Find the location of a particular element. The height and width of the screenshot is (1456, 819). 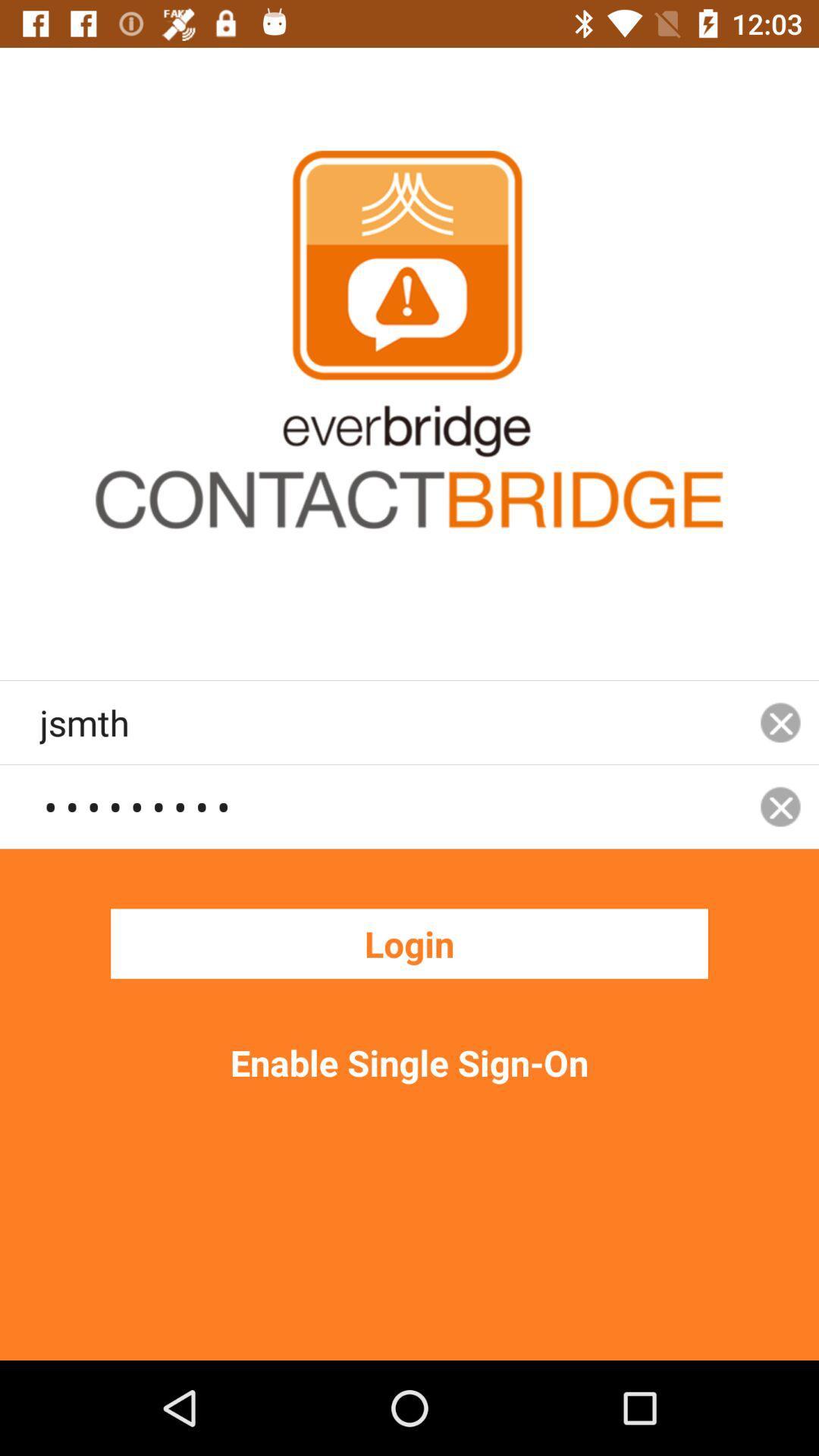

item next to the jsmth is located at coordinates (780, 805).